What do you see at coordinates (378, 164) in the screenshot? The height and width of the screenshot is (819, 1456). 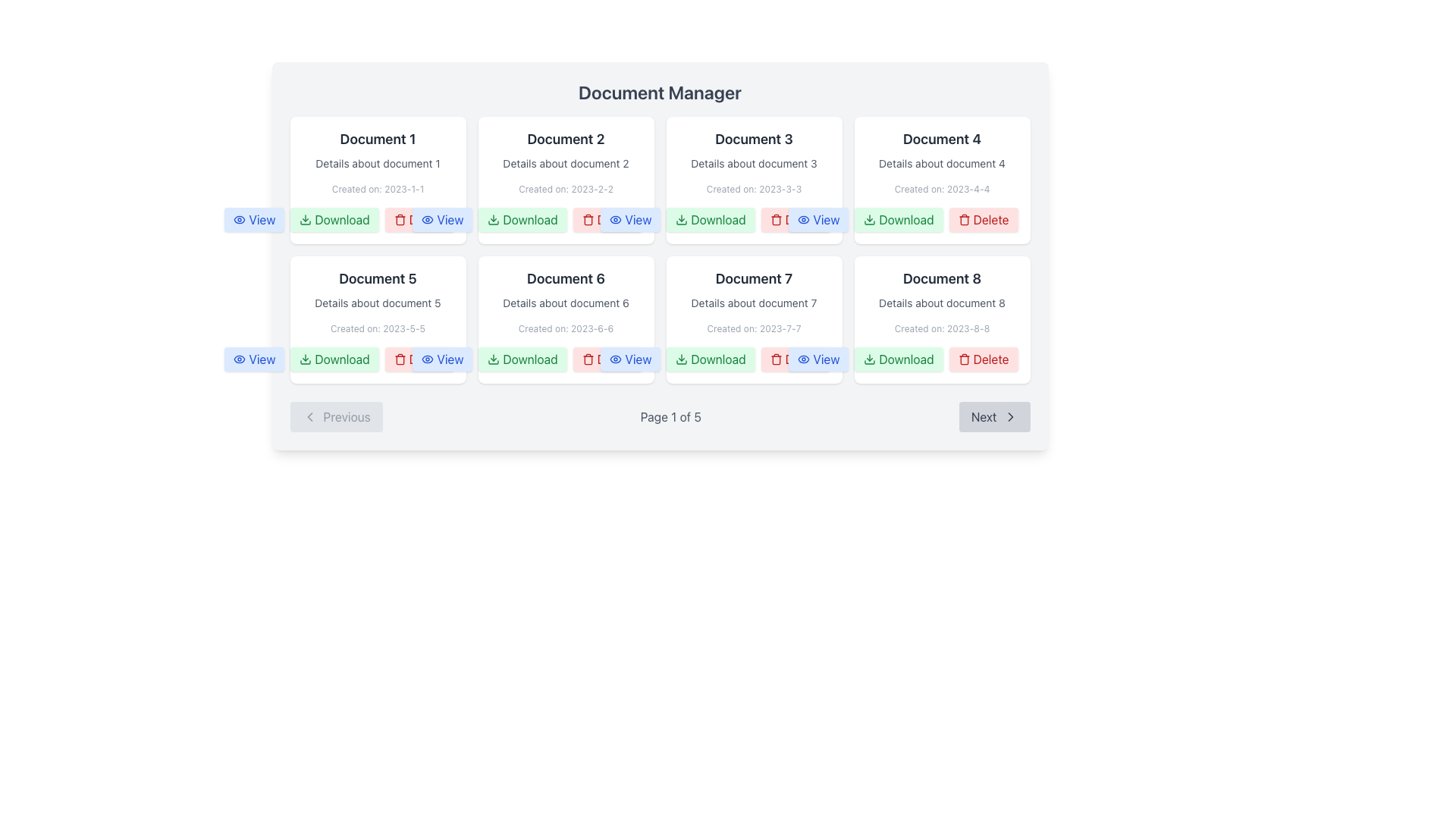 I see `the text label displaying 'Details about document 1', which is part of the first document card in a grid layout, positioned below the header 'Document 1'` at bounding box center [378, 164].